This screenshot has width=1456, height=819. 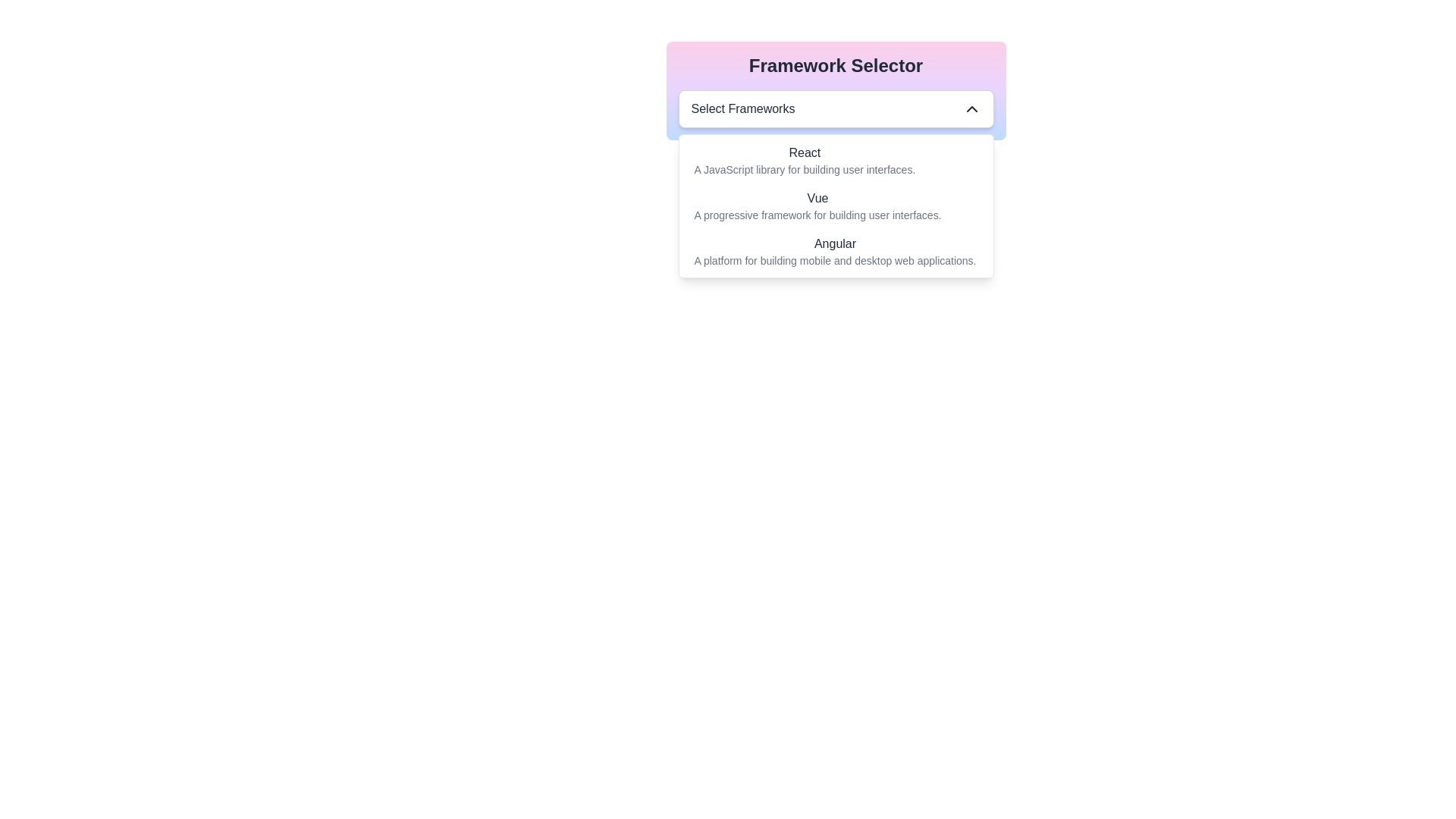 I want to click on an option from the white dropdown menu located below the 'Select Frameworks' button by clicking on it, so click(x=835, y=206).